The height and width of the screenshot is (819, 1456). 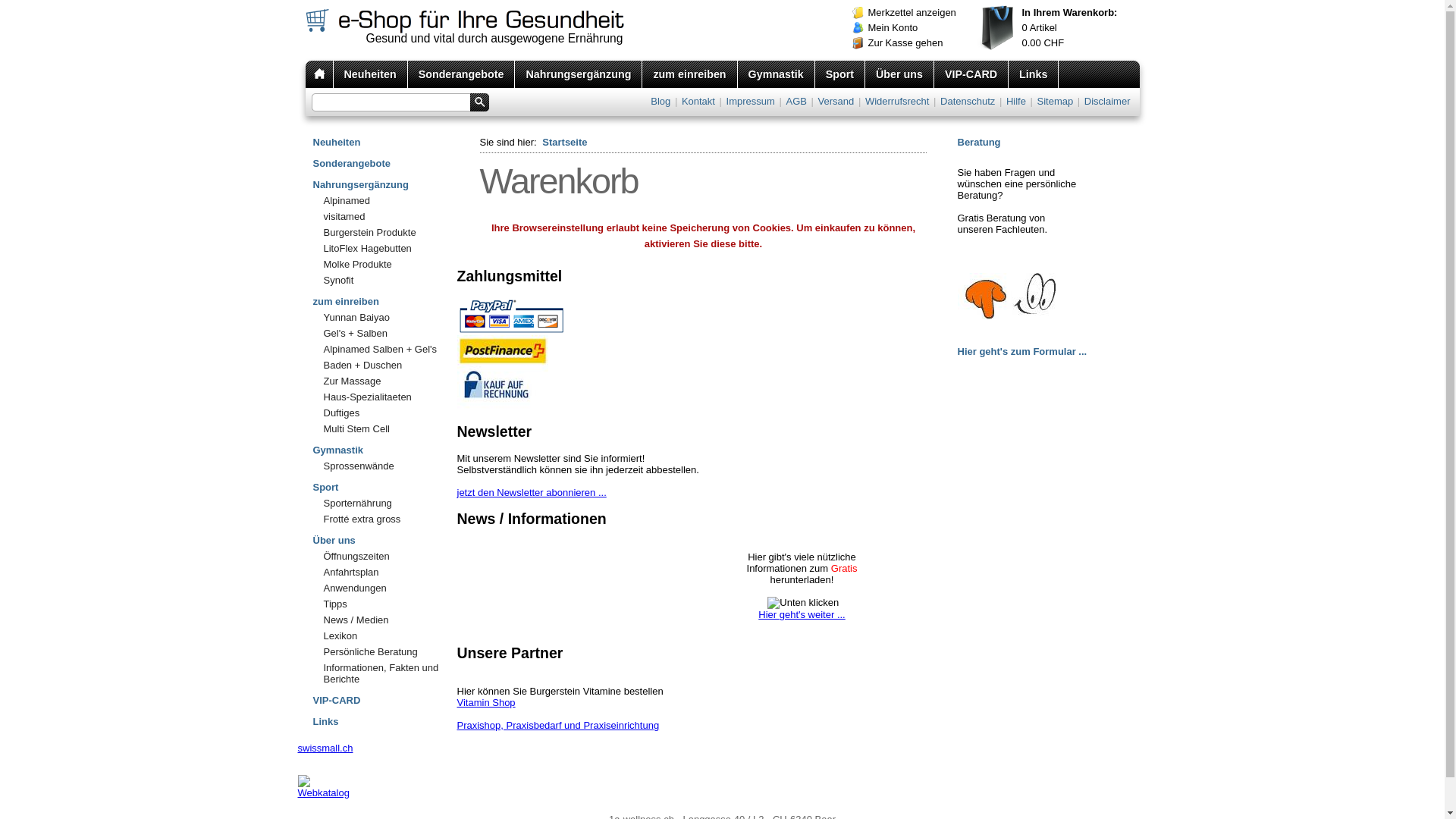 What do you see at coordinates (918, 12) in the screenshot?
I see `'Merkzettel anzeigen'` at bounding box center [918, 12].